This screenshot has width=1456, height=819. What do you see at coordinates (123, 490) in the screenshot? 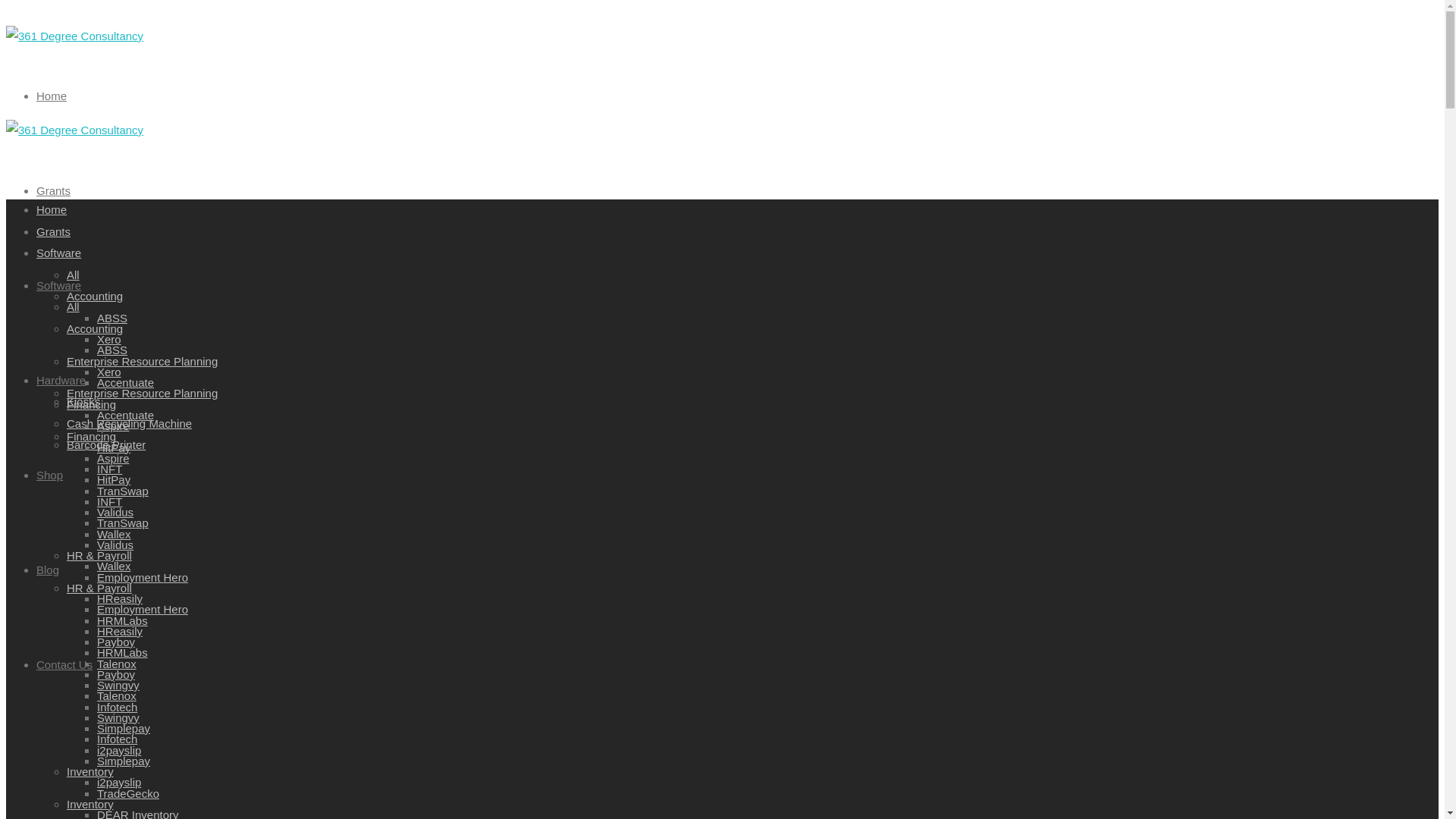
I see `'TranSwap'` at bounding box center [123, 490].